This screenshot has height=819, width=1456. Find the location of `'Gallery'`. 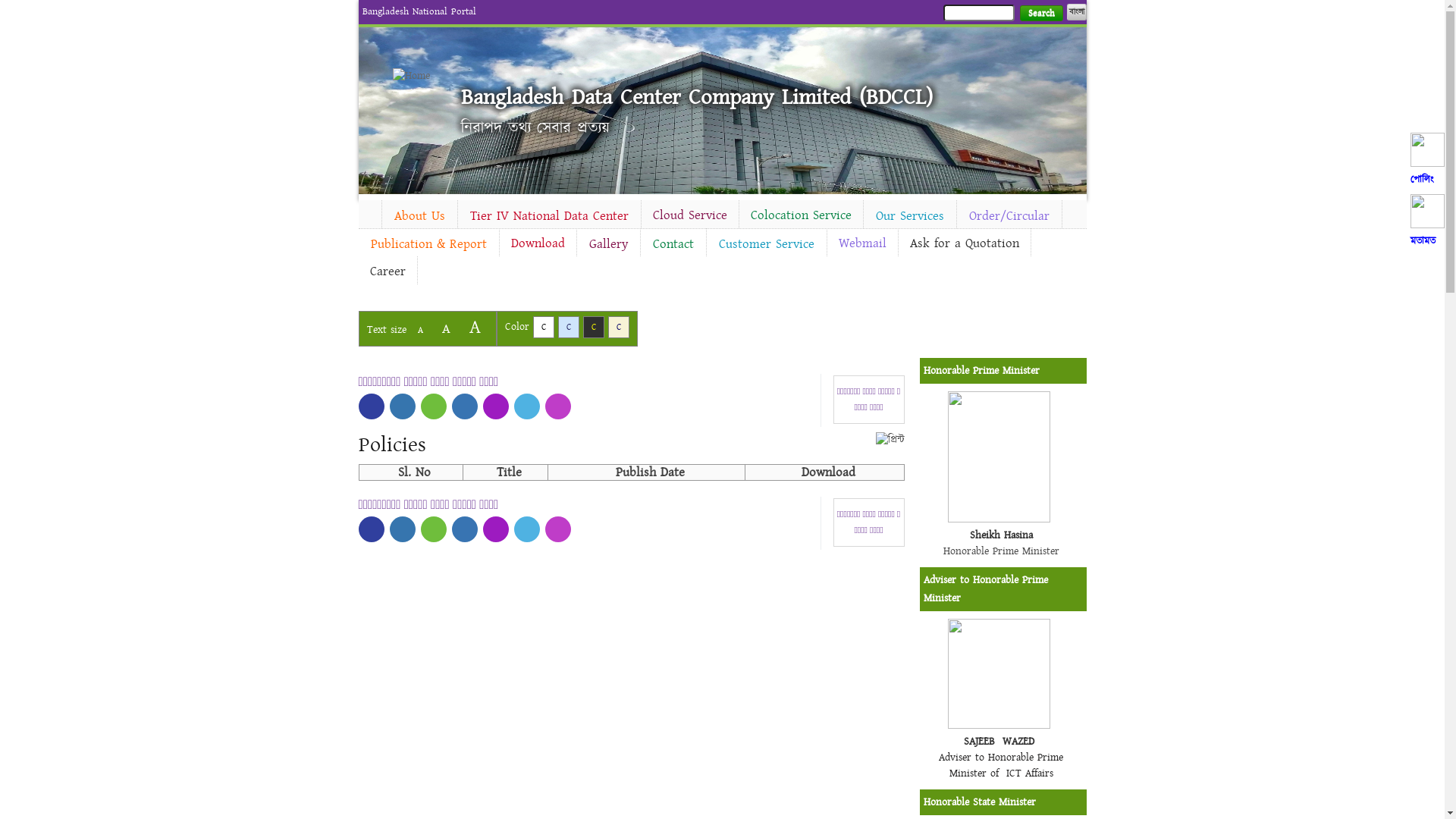

'Gallery' is located at coordinates (607, 243).